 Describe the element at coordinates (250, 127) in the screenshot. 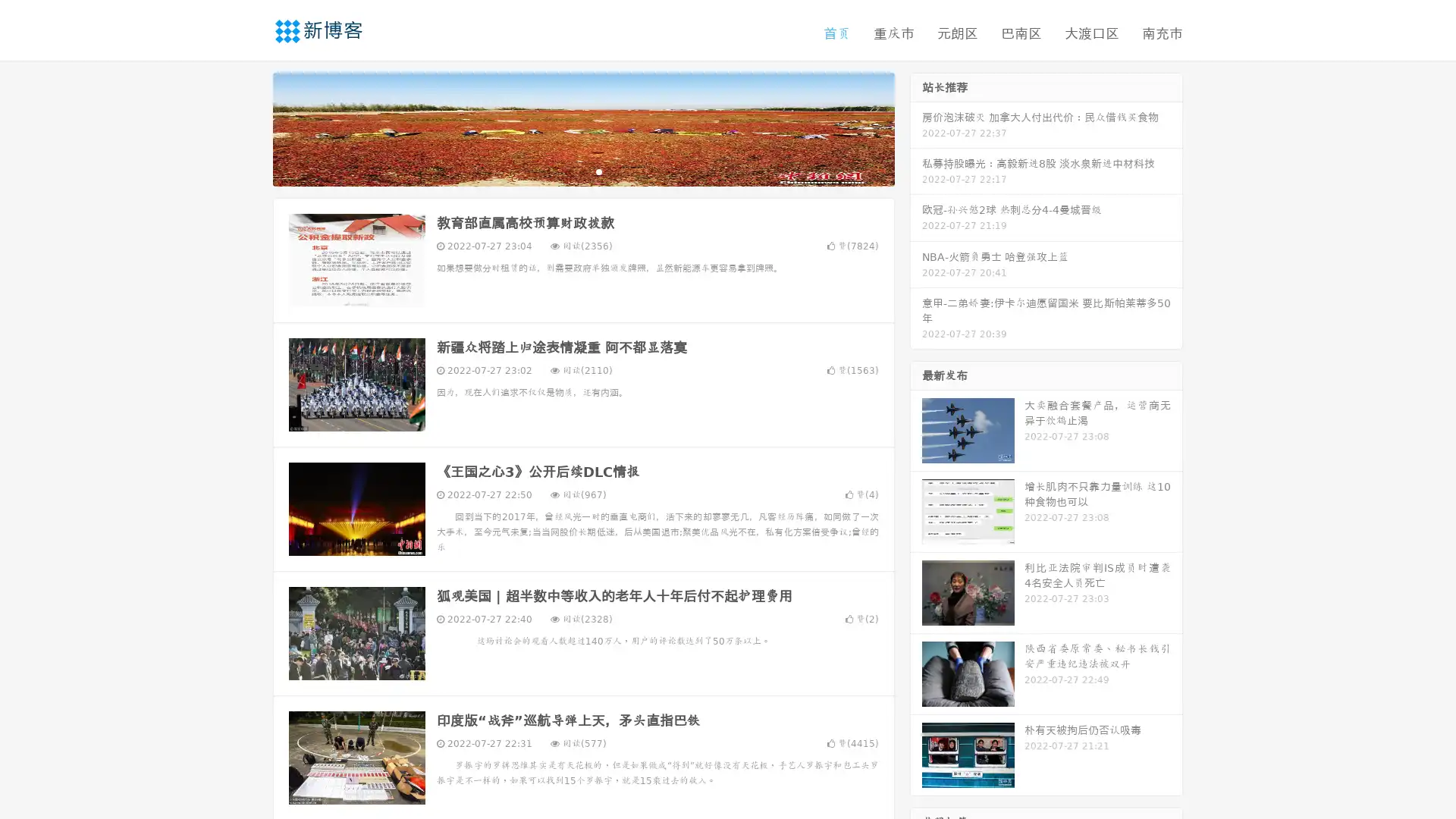

I see `Previous slide` at that location.